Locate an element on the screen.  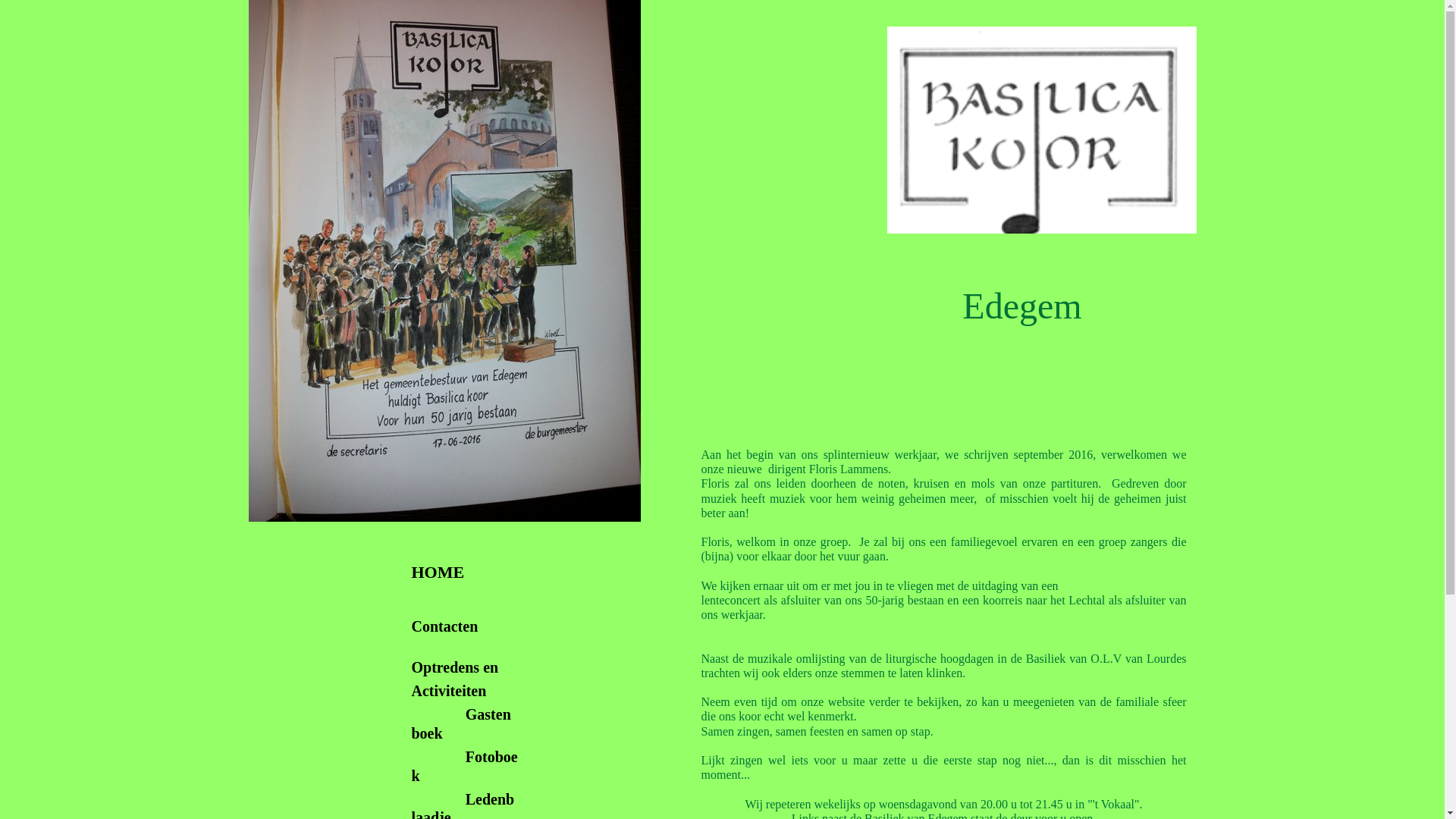
'Activiteiten' is located at coordinates (447, 693).